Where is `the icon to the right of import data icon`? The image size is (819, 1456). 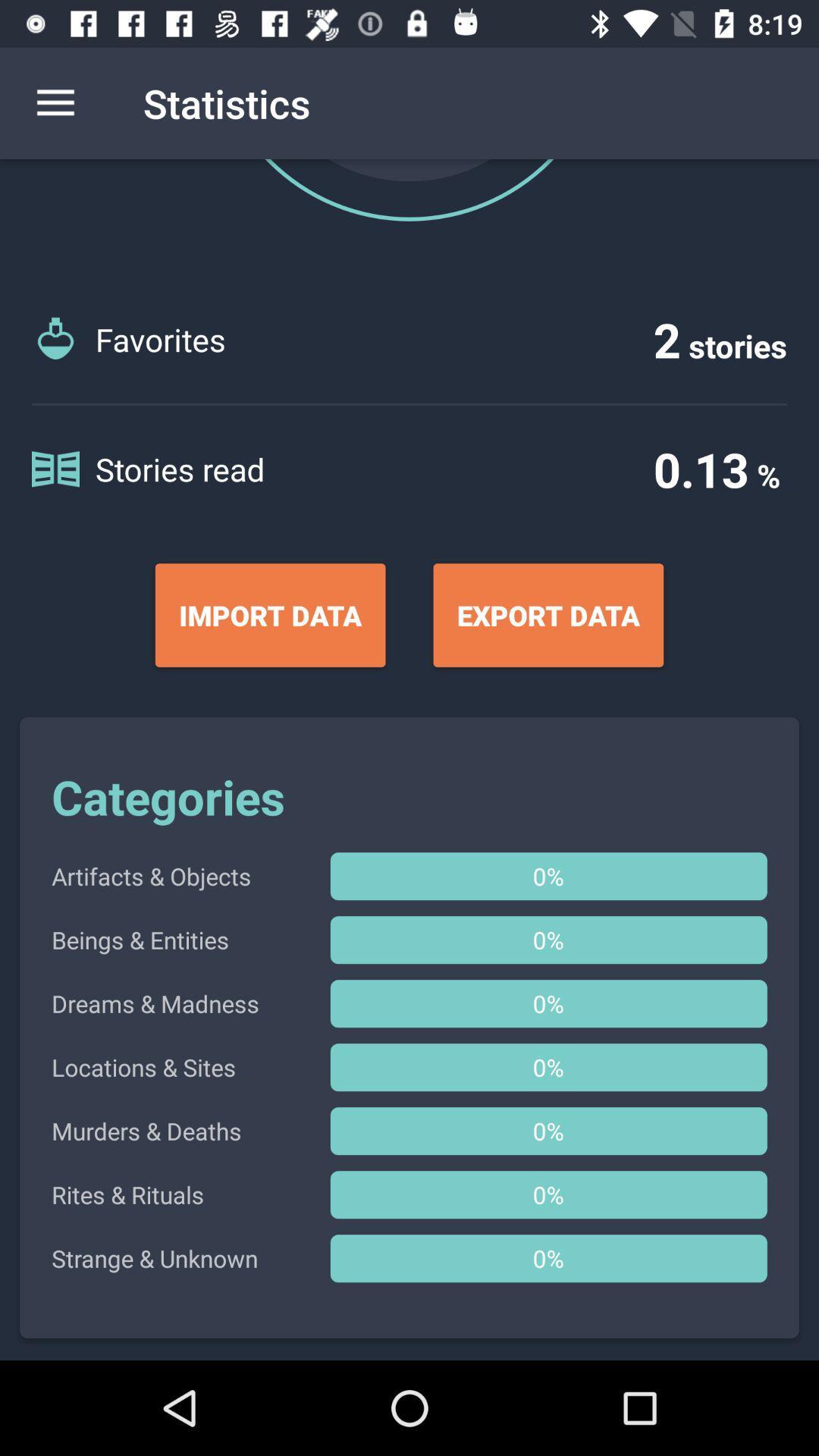 the icon to the right of import data icon is located at coordinates (548, 615).